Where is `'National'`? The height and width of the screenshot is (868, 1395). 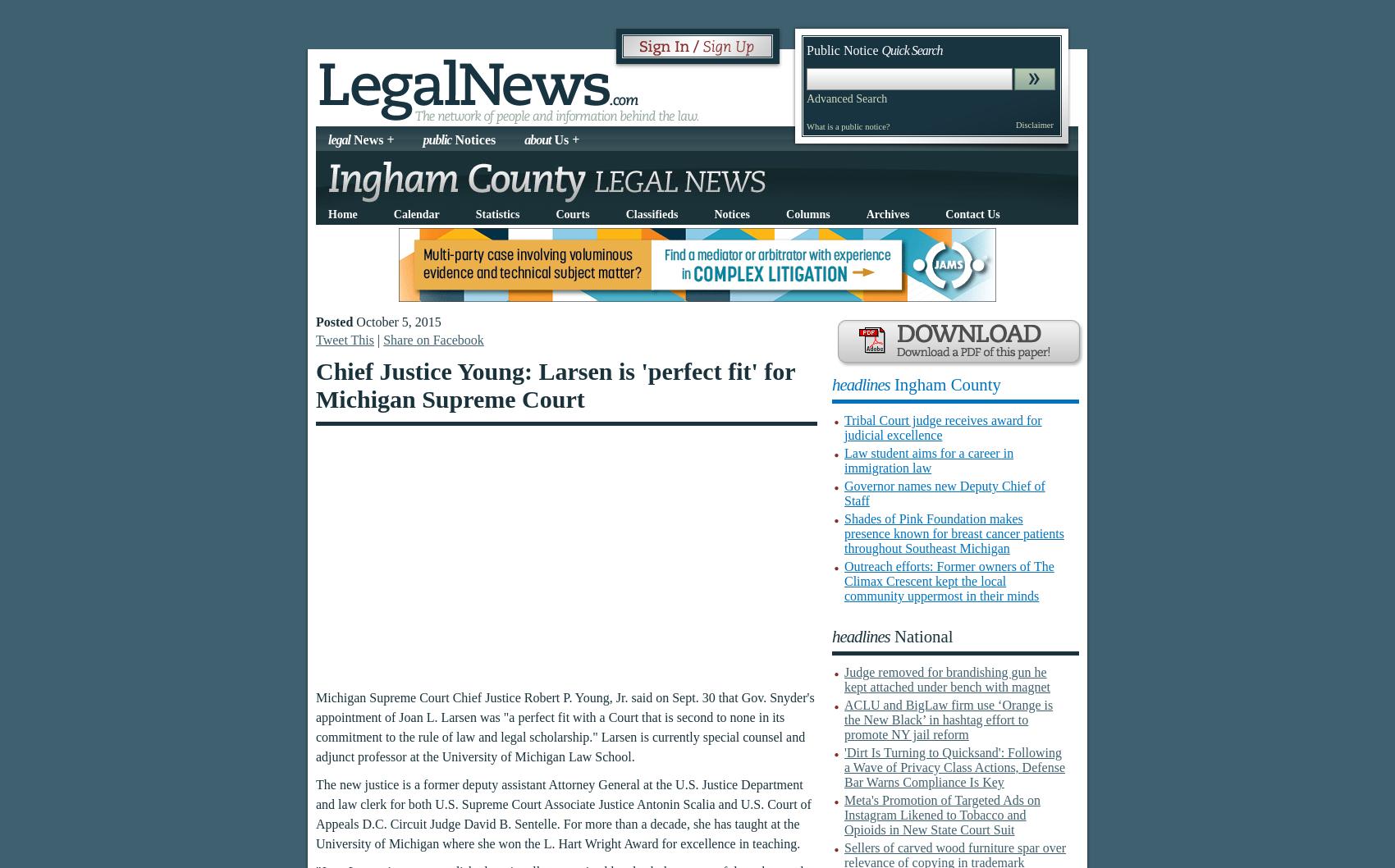 'National' is located at coordinates (921, 636).